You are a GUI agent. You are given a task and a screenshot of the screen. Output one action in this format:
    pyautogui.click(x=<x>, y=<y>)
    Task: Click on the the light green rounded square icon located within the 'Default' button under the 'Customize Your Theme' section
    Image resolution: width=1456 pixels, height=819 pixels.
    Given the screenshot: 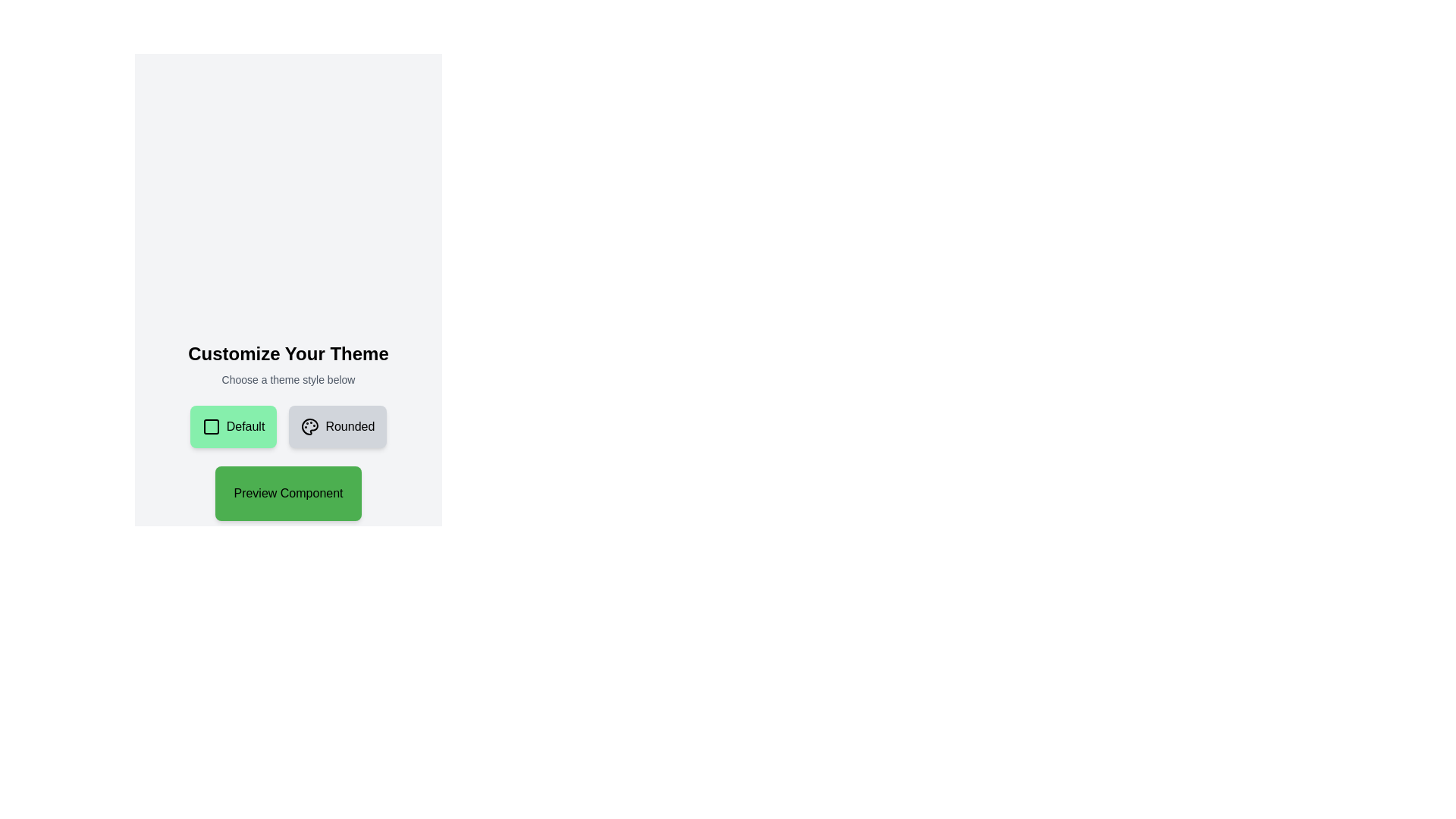 What is the action you would take?
    pyautogui.click(x=210, y=427)
    